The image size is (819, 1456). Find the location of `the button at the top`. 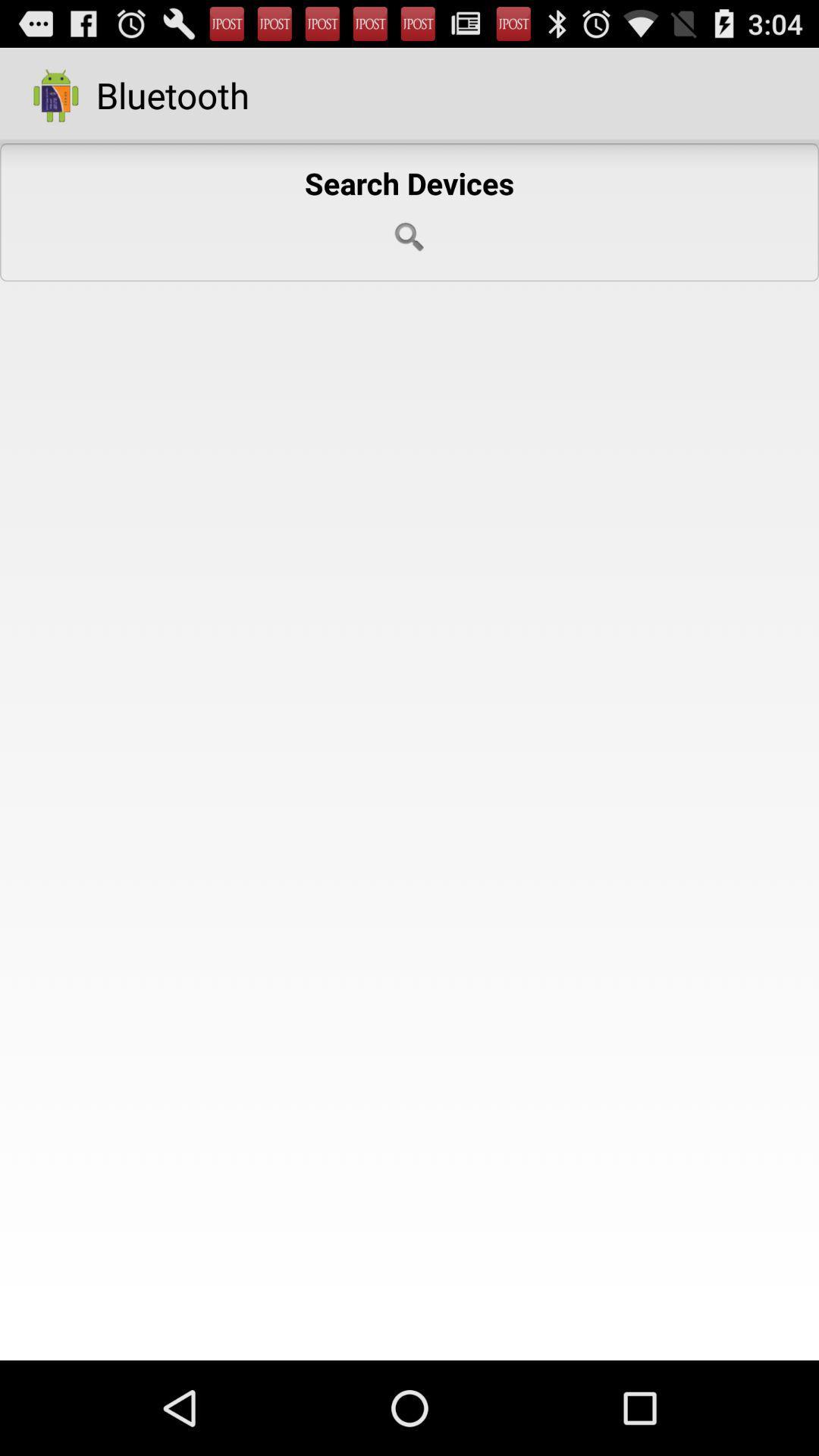

the button at the top is located at coordinates (409, 212).